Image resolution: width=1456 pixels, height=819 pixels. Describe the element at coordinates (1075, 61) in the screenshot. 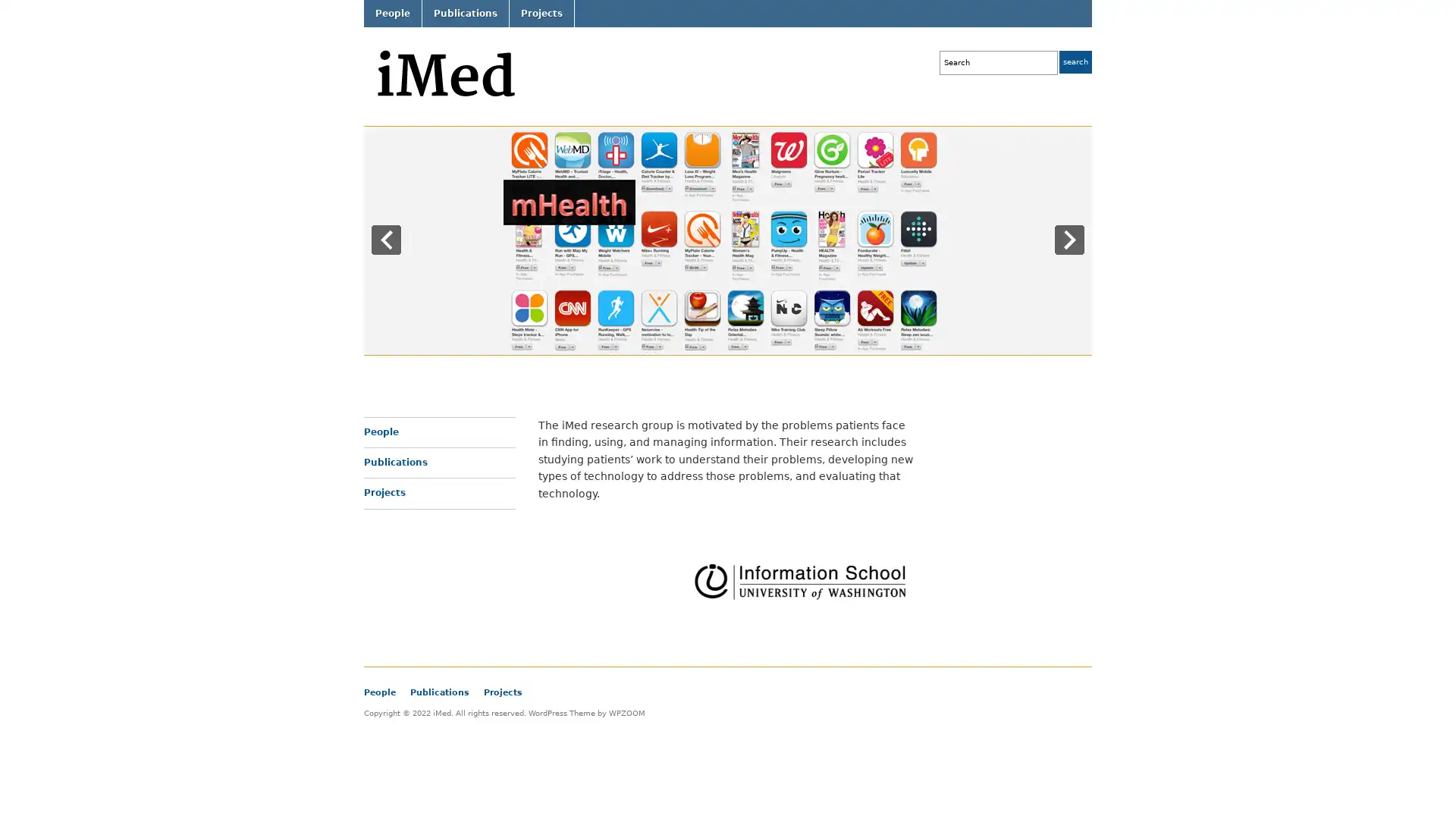

I see `Search` at that location.